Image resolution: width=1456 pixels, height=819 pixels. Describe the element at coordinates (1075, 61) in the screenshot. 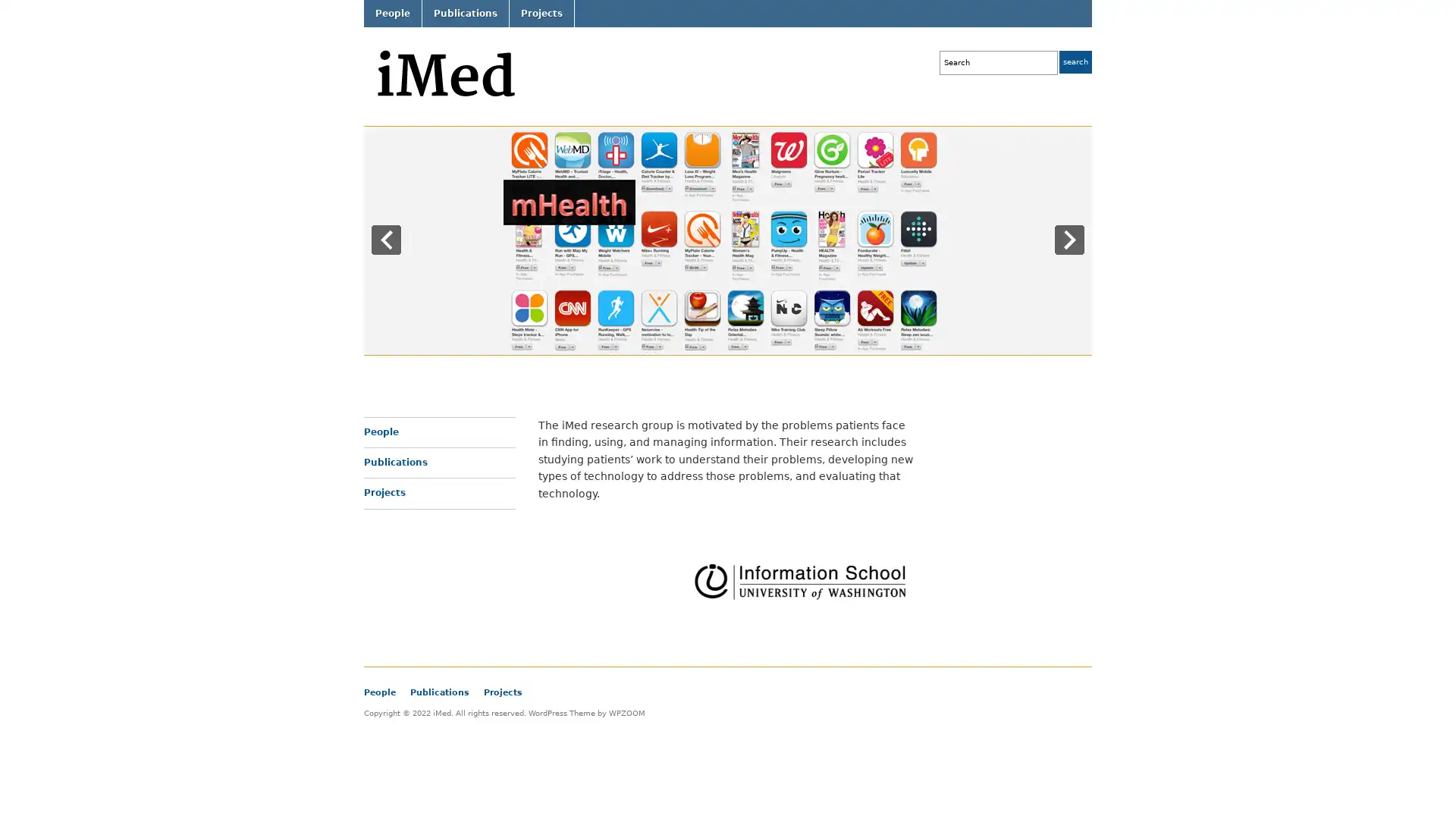

I see `Search` at that location.